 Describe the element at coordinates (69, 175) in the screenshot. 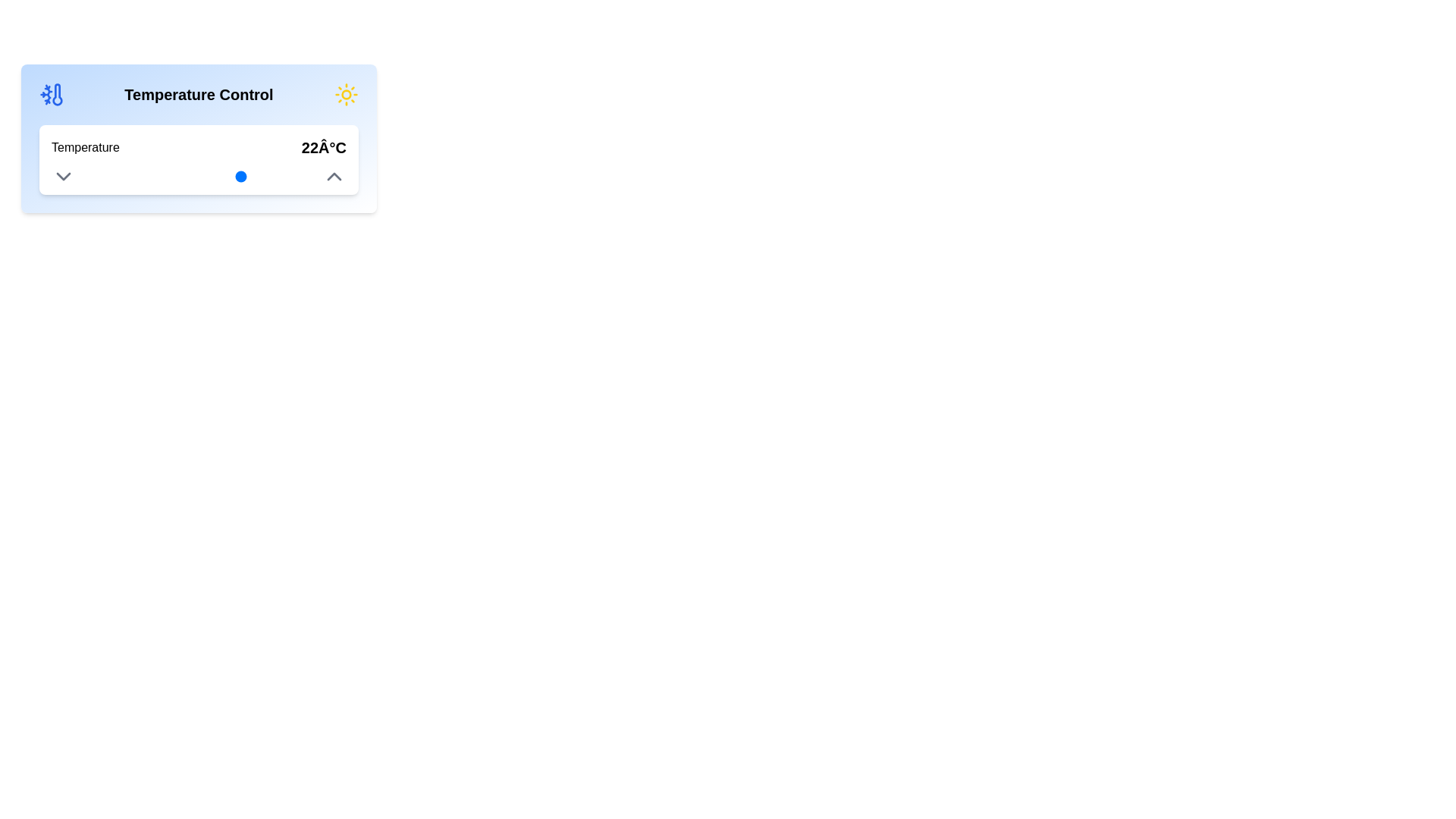

I see `the temperature` at that location.